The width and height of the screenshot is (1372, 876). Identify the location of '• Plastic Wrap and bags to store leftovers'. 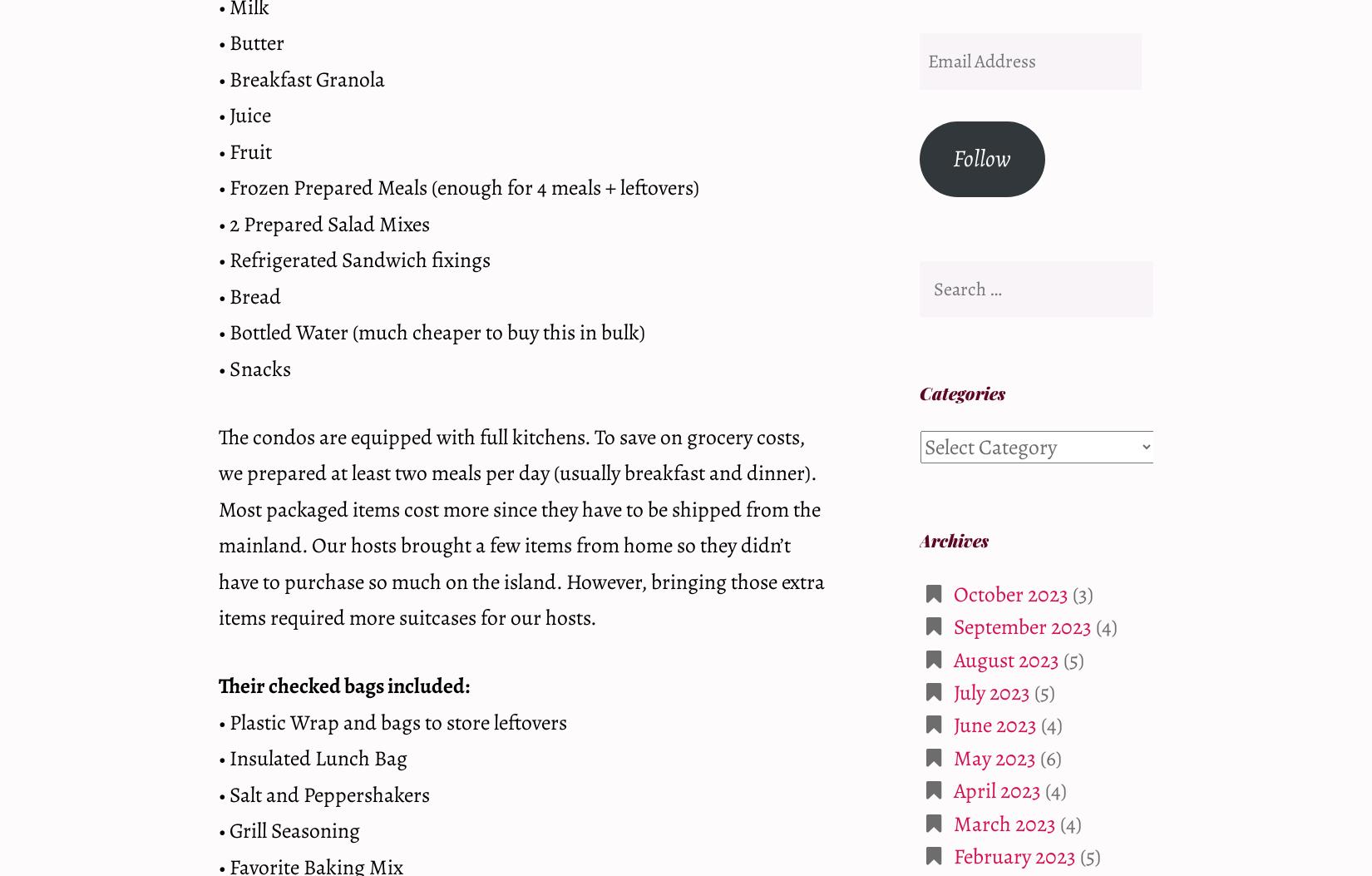
(219, 721).